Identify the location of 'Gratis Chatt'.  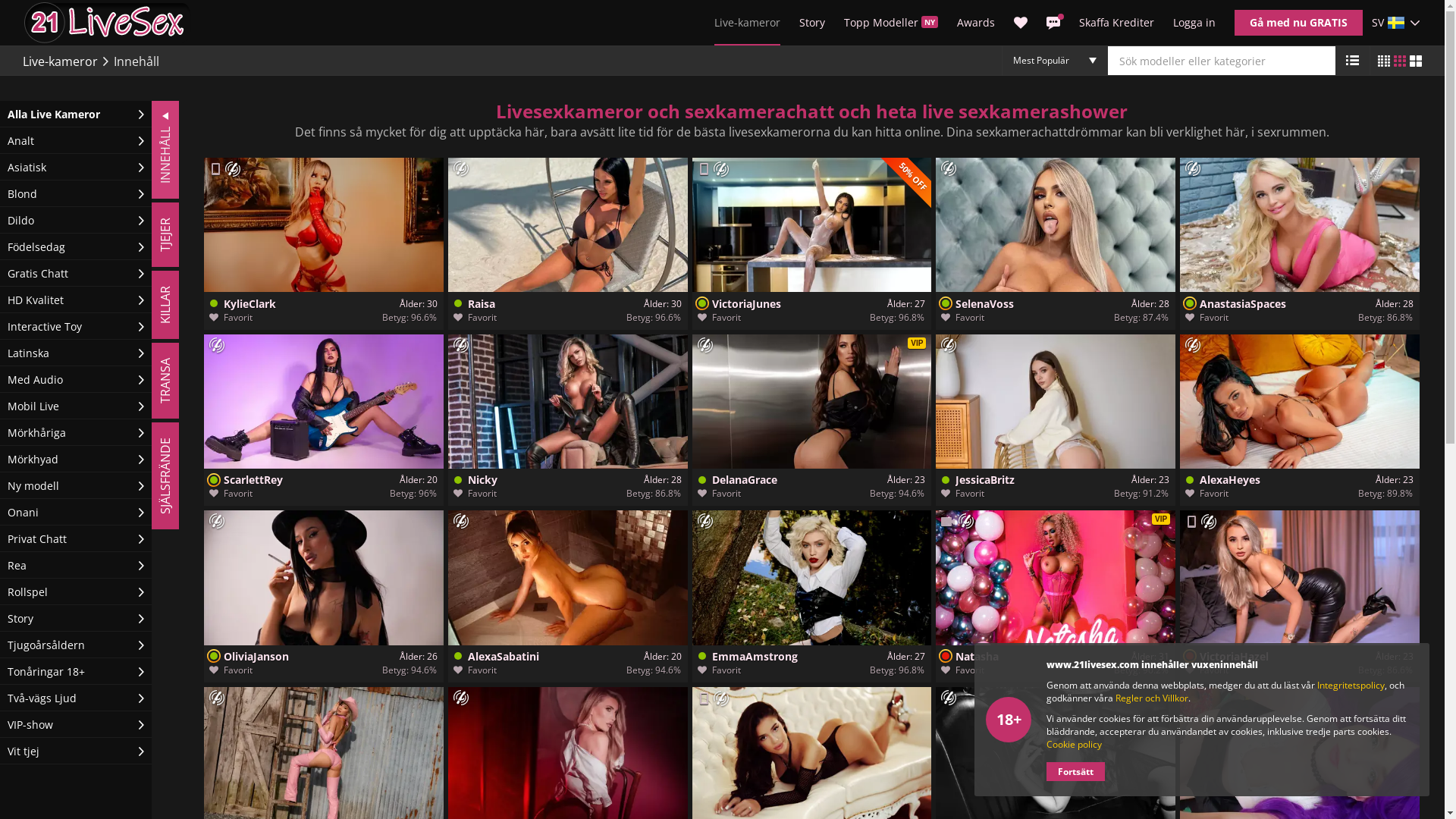
(75, 273).